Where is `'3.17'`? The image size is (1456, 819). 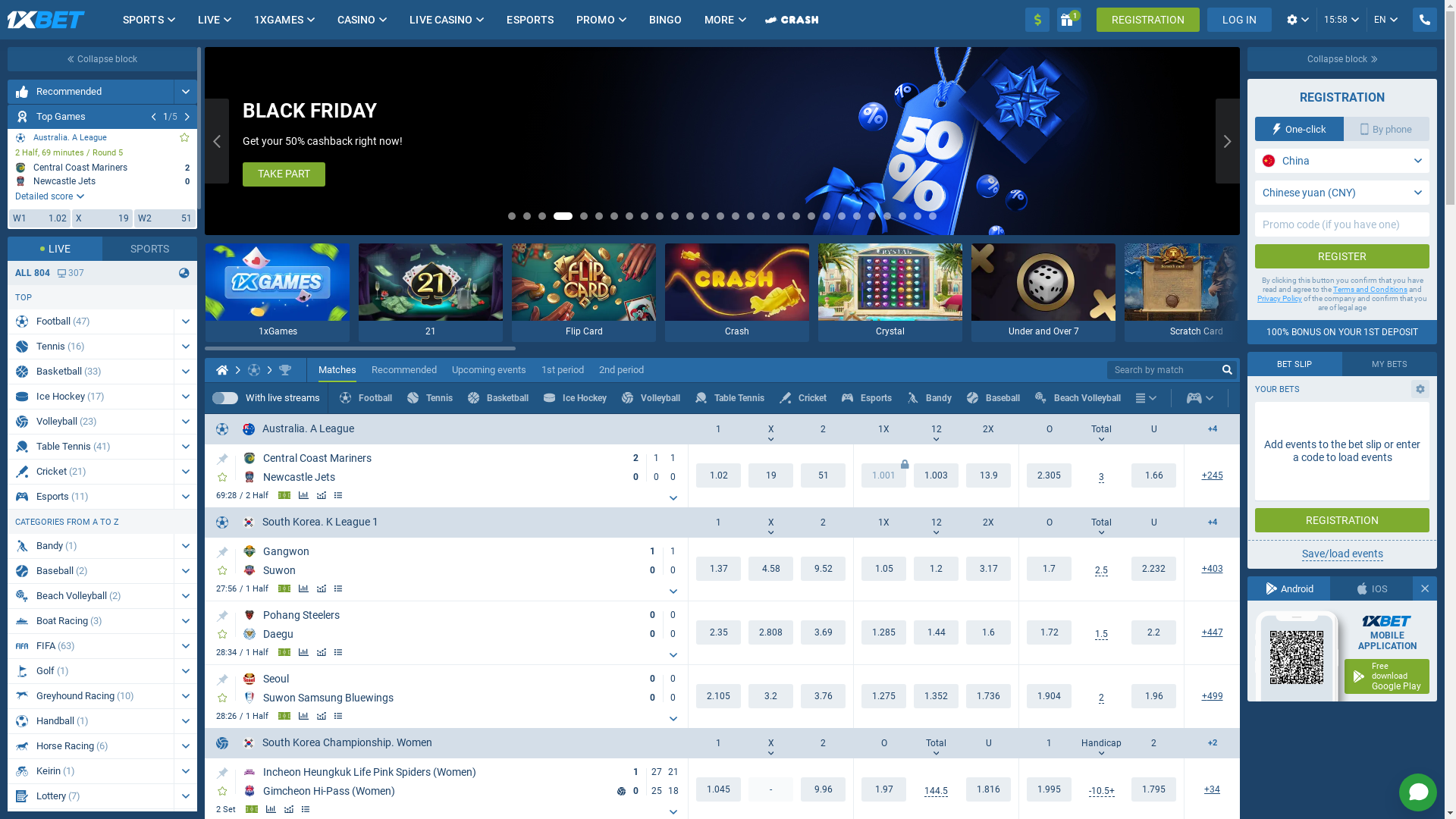 '3.17' is located at coordinates (988, 568).